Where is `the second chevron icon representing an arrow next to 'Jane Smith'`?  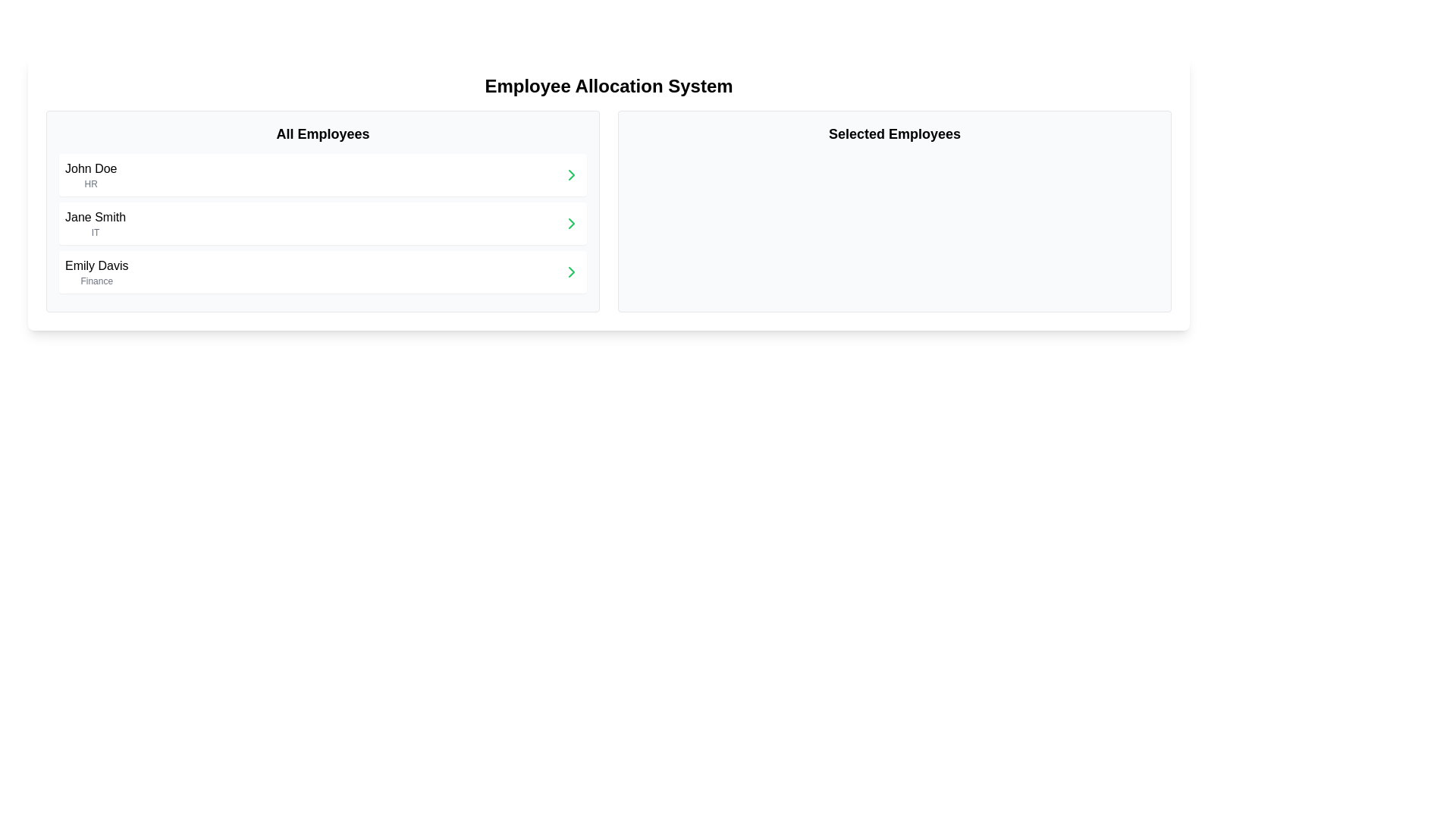
the second chevron icon representing an arrow next to 'Jane Smith' is located at coordinates (570, 223).